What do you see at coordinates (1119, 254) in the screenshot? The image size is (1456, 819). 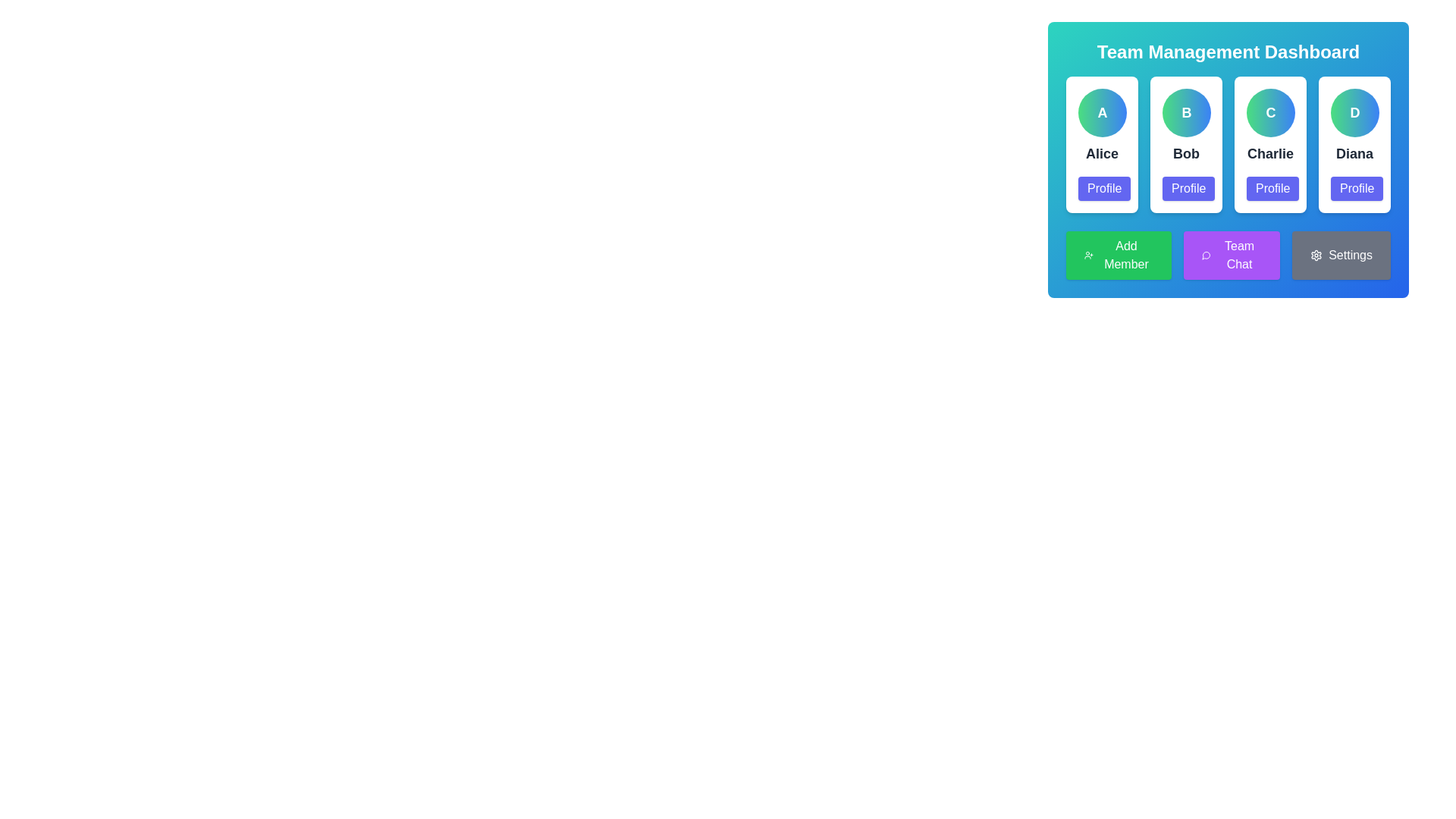 I see `the green 'Add Member' button with rounded corners` at bounding box center [1119, 254].